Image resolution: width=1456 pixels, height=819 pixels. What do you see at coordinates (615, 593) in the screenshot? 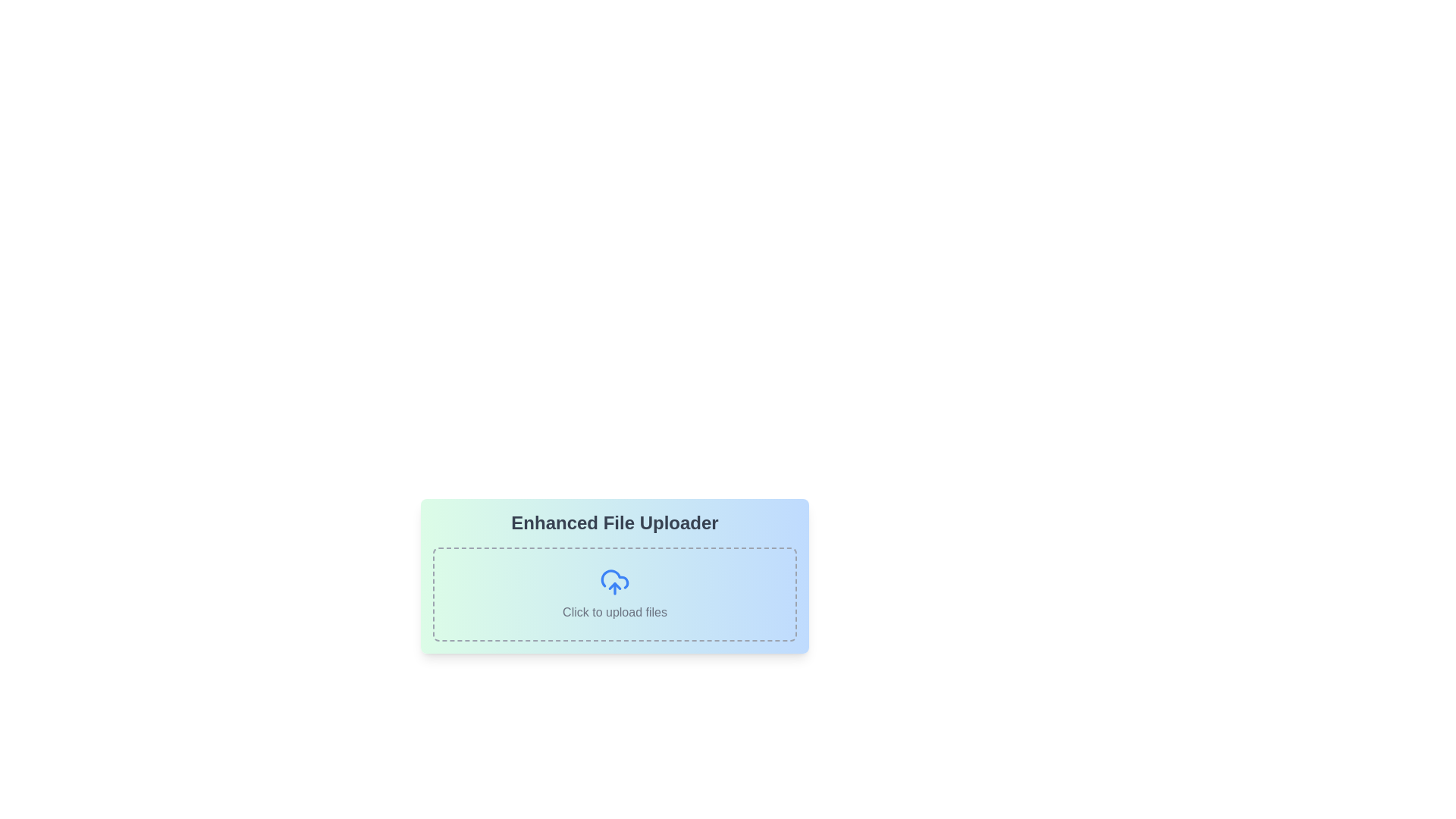
I see `the clickable upload area located below the 'Enhanced File Uploader' title in the card component to initiate the file upload process` at bounding box center [615, 593].